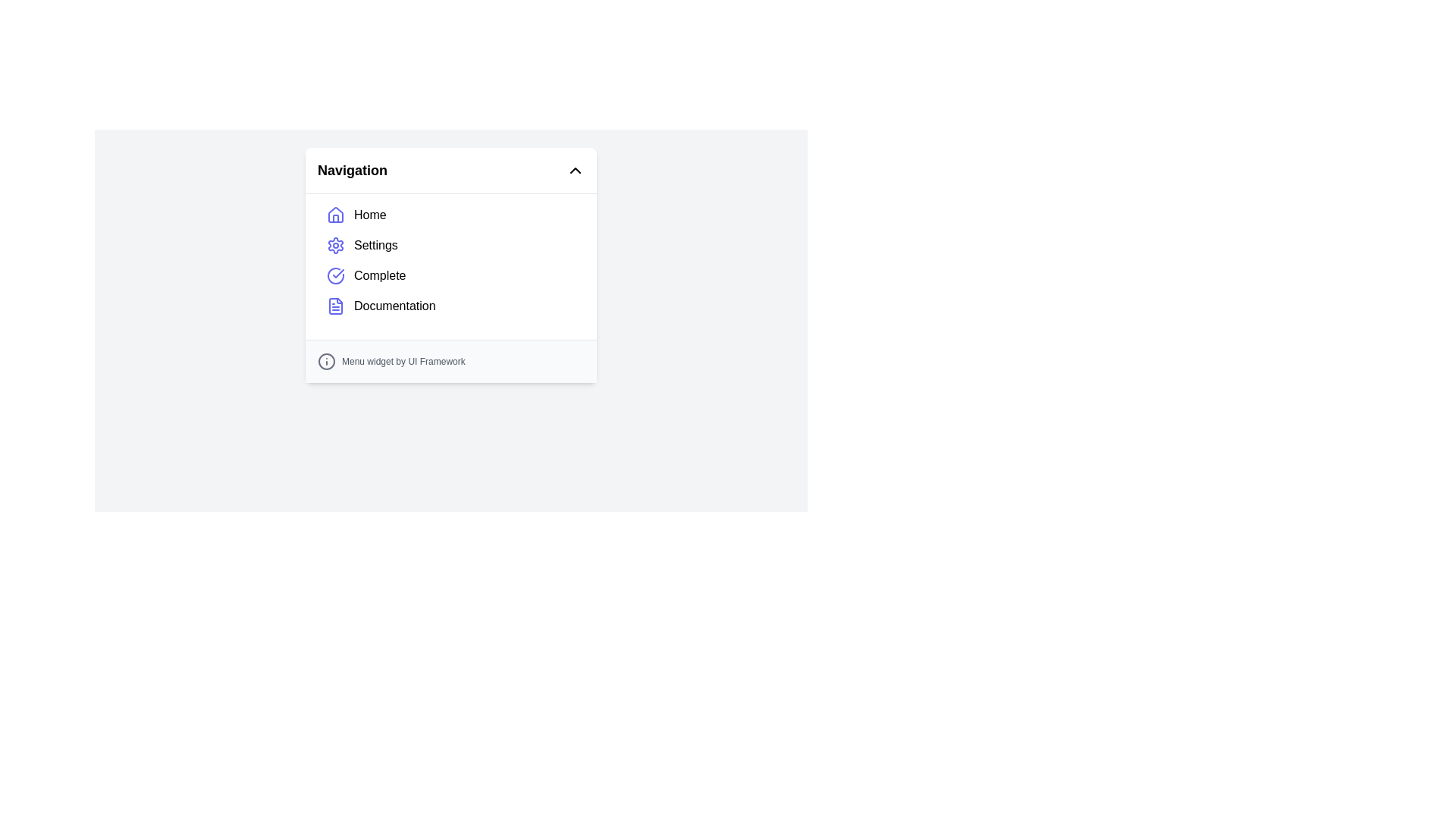 The height and width of the screenshot is (819, 1456). What do you see at coordinates (394, 306) in the screenshot?
I see `the fourth menu item in the vertical list` at bounding box center [394, 306].